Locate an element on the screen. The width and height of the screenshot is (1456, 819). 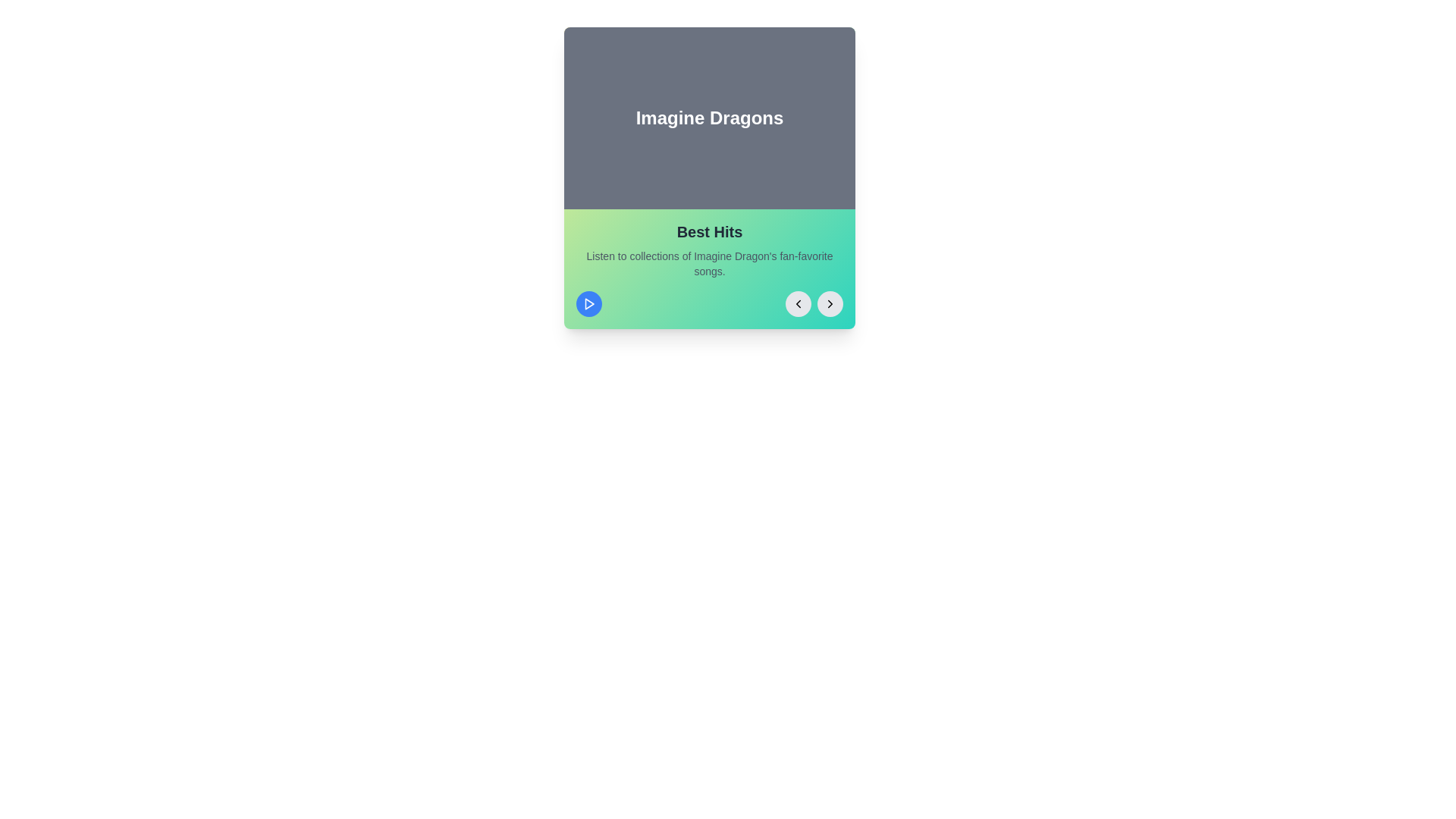
the play icon within the circular button located in the bottom left corner of the 'Imagine Dragons' card is located at coordinates (588, 304).